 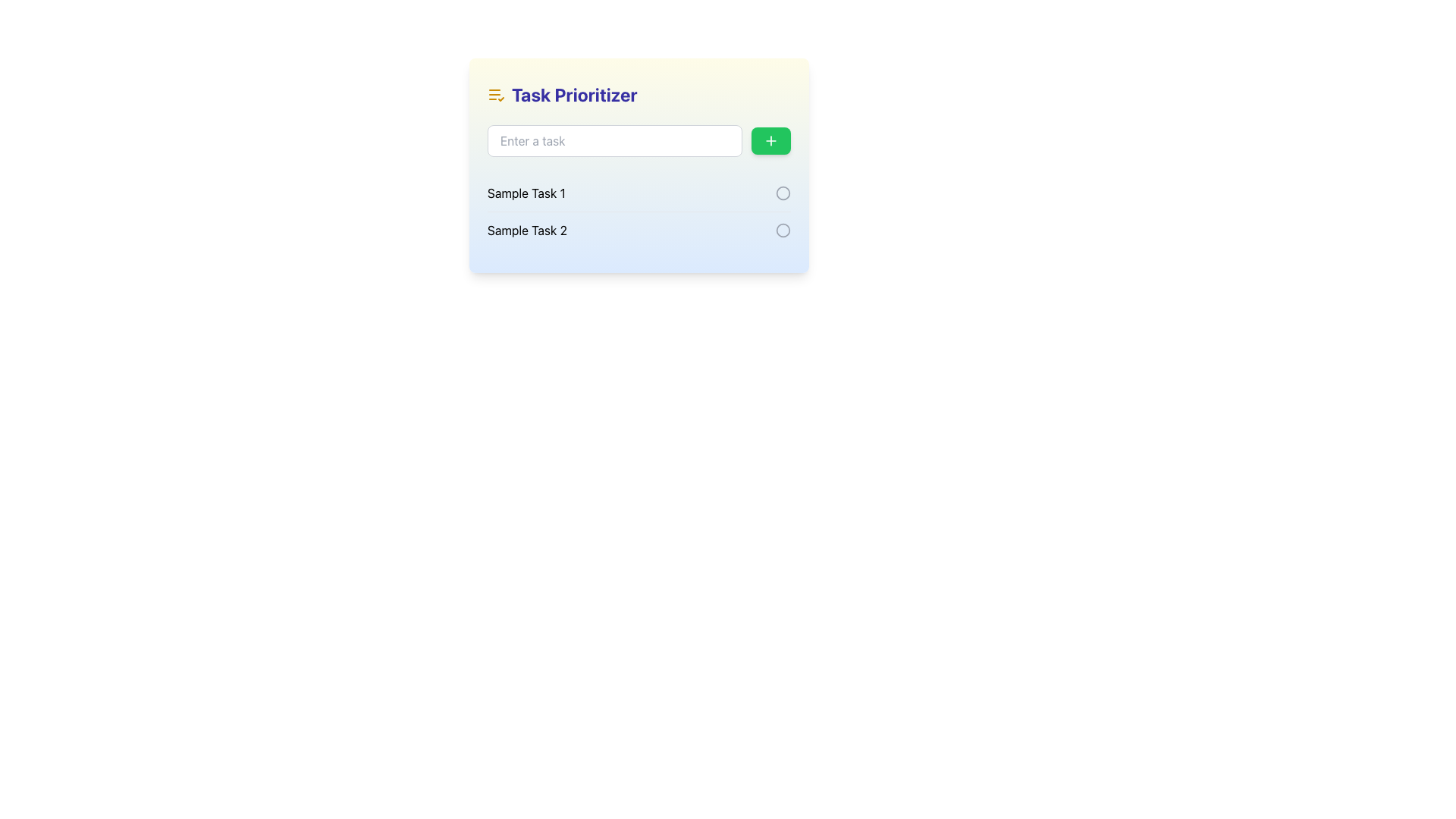 I want to click on the yellow checkmark icon that indicates organization or completion, located to the left of the 'Task Prioritizer' text in the header section, so click(x=496, y=94).